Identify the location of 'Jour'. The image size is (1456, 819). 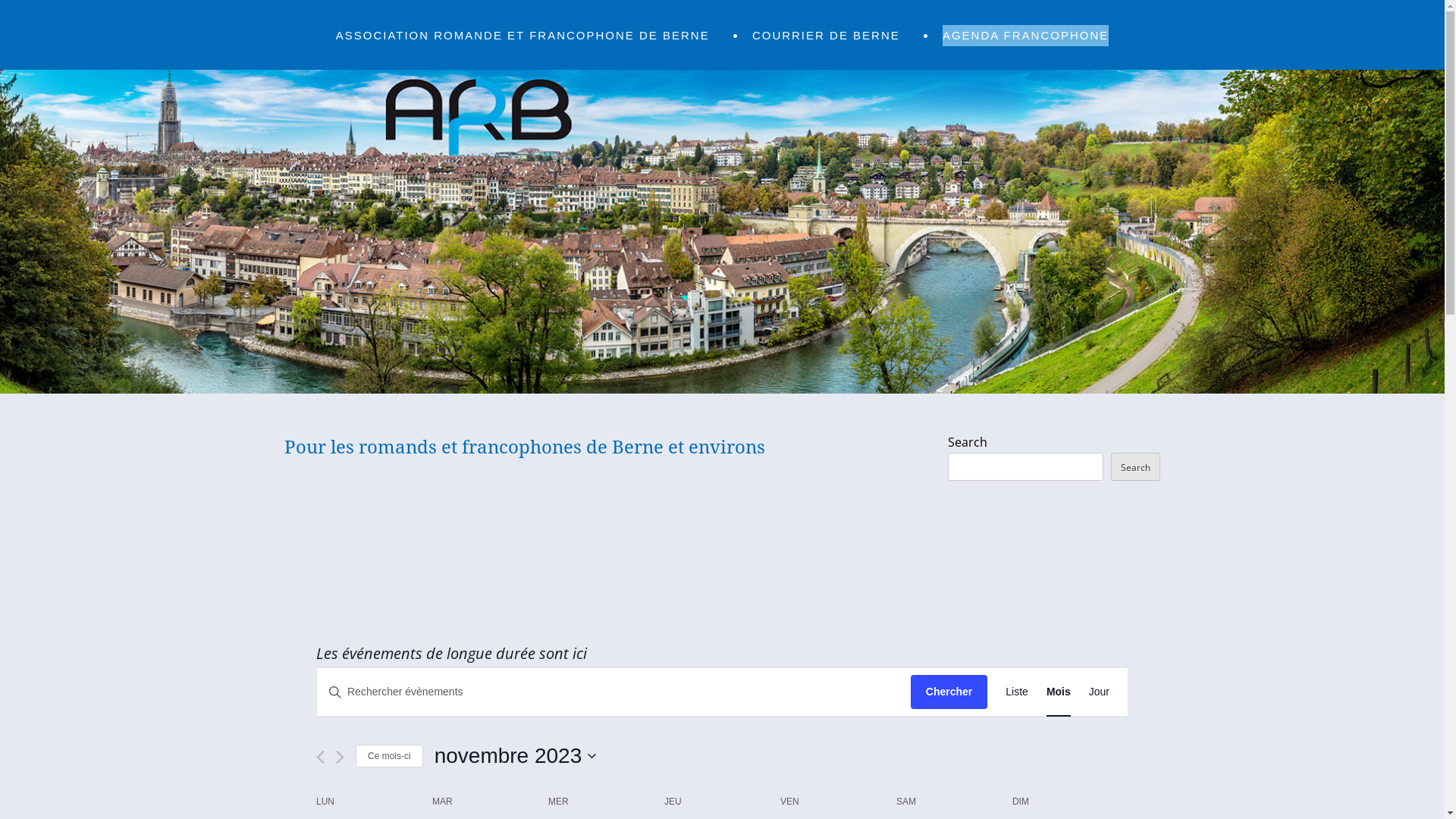
(1087, 692).